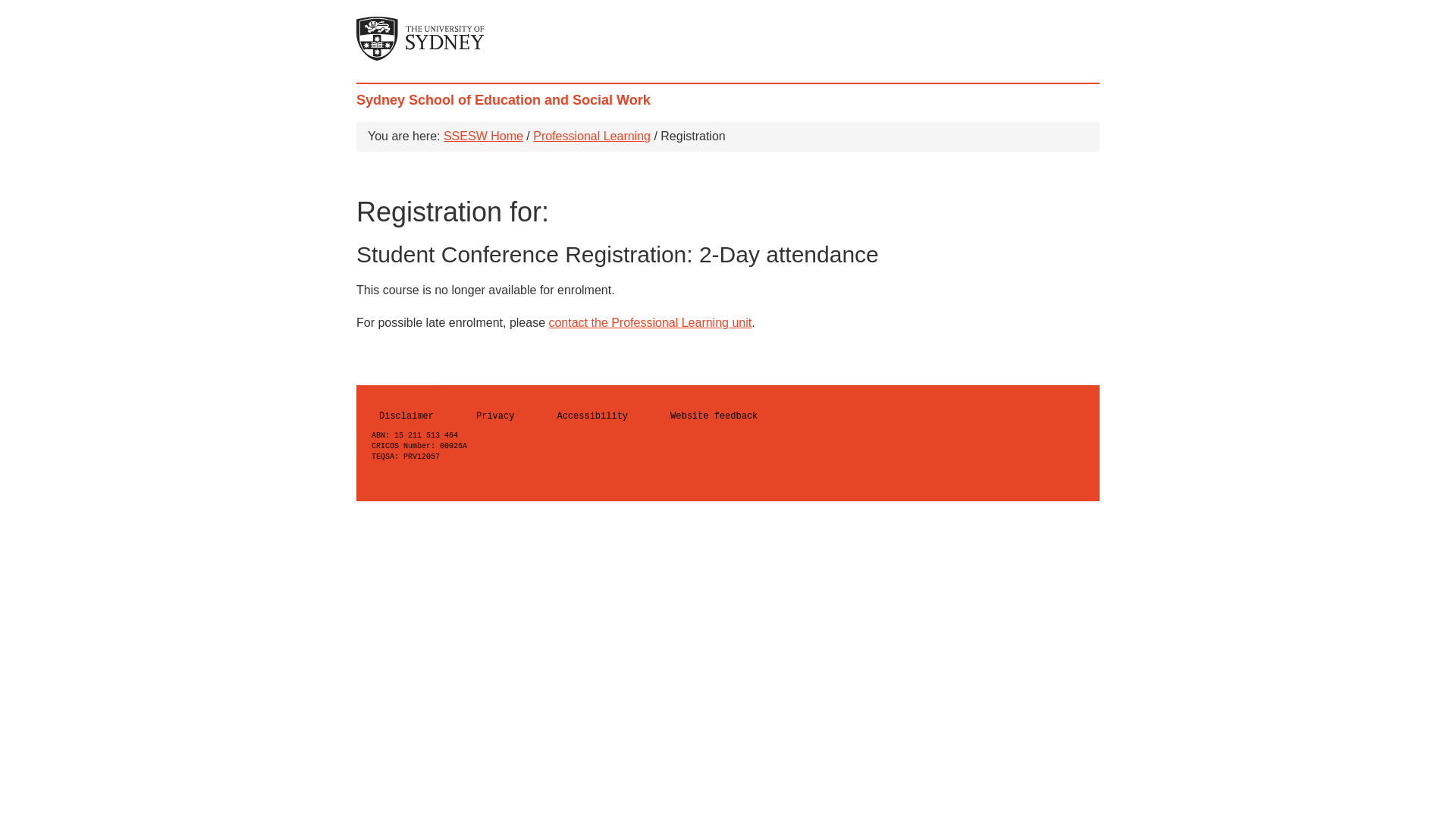 The width and height of the screenshot is (1456, 819). I want to click on 'Professional Learning', so click(591, 135).